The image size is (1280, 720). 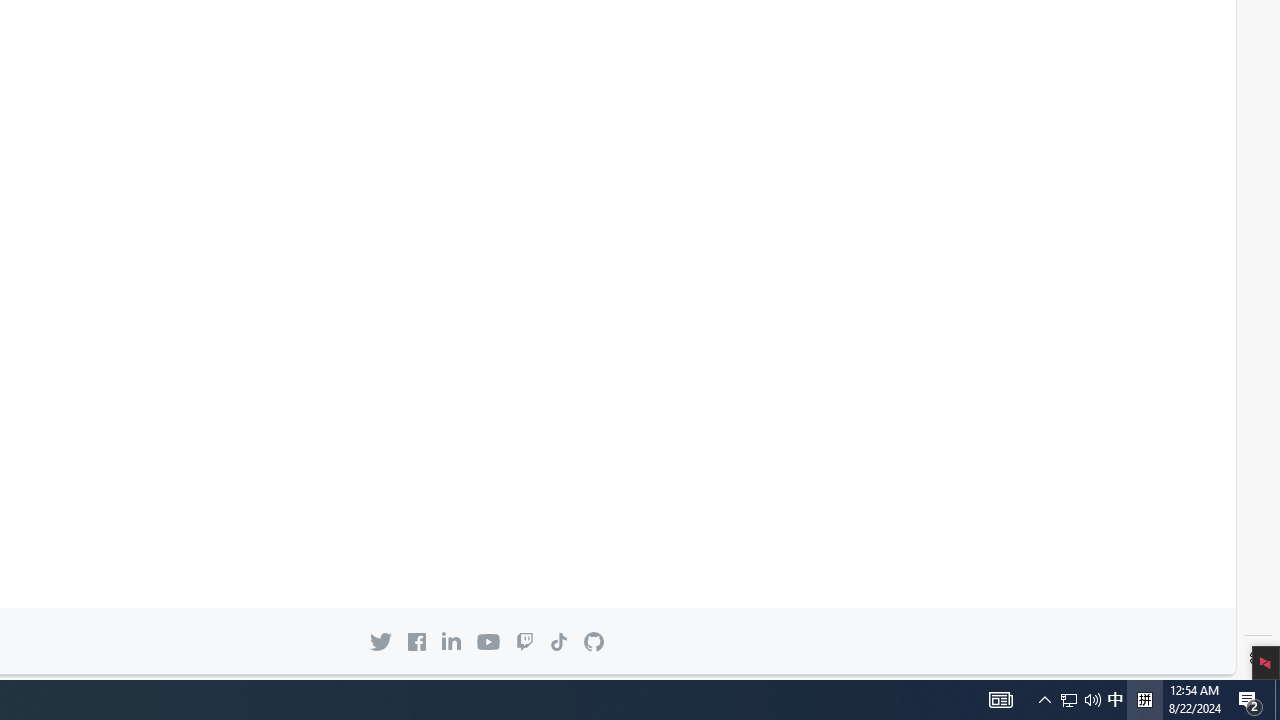 What do you see at coordinates (488, 642) in the screenshot?
I see `'YouTube icon GitHub on YouTube'` at bounding box center [488, 642].